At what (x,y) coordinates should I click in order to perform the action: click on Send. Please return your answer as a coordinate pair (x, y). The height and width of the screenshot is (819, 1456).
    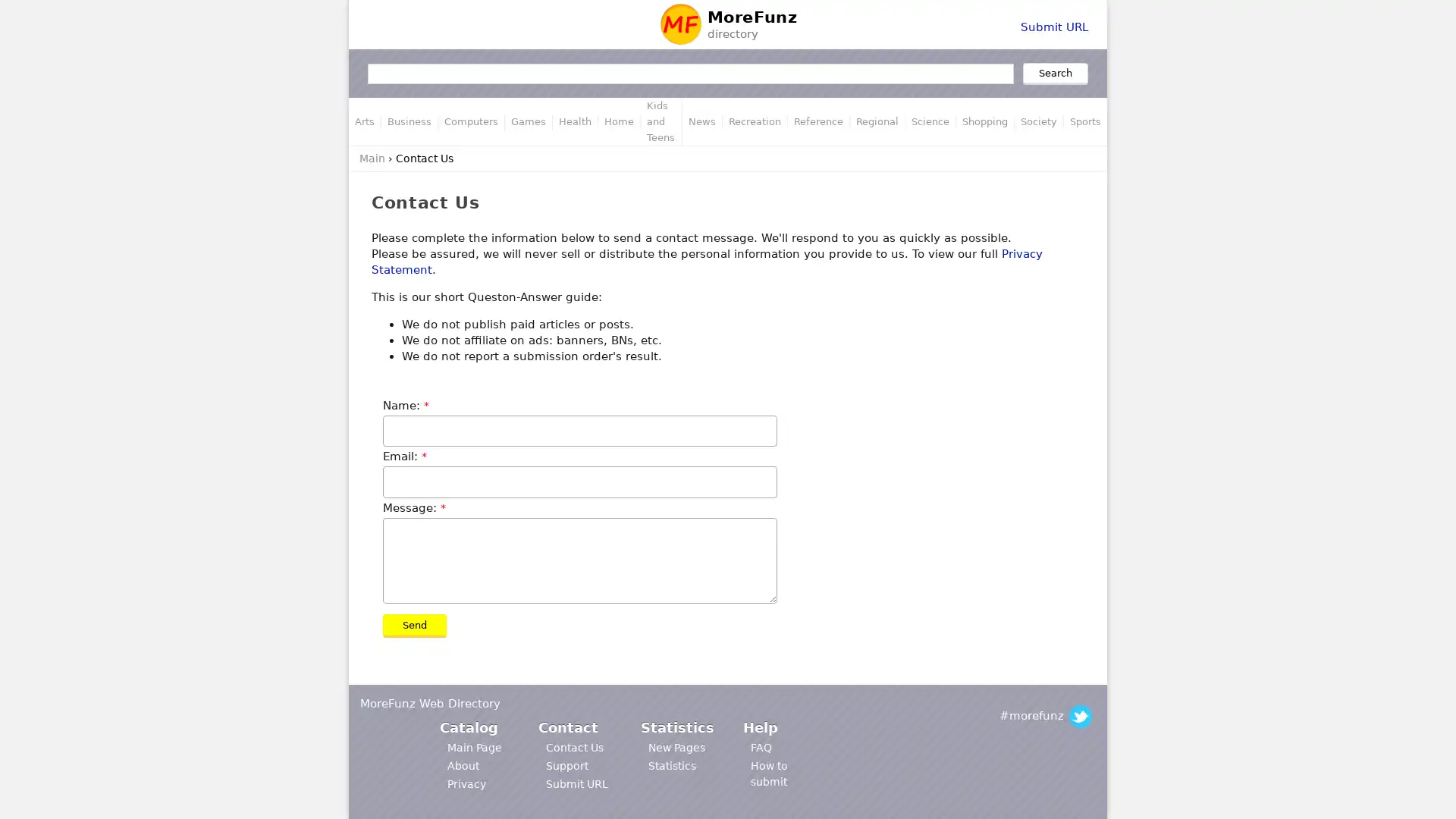
    Looking at the image, I should click on (414, 626).